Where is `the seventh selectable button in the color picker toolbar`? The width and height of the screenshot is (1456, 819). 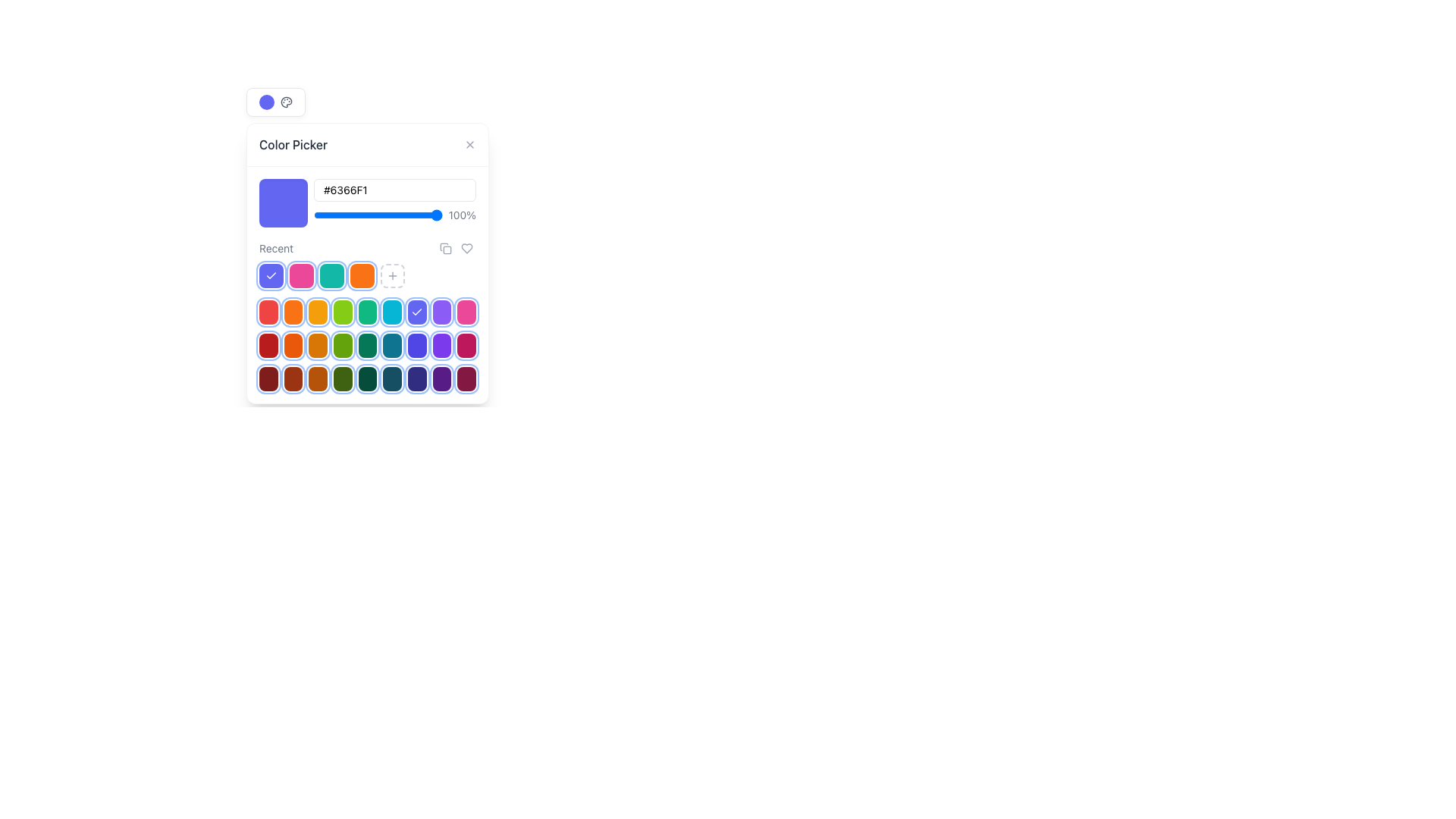 the seventh selectable button in the color picker toolbar is located at coordinates (417, 312).